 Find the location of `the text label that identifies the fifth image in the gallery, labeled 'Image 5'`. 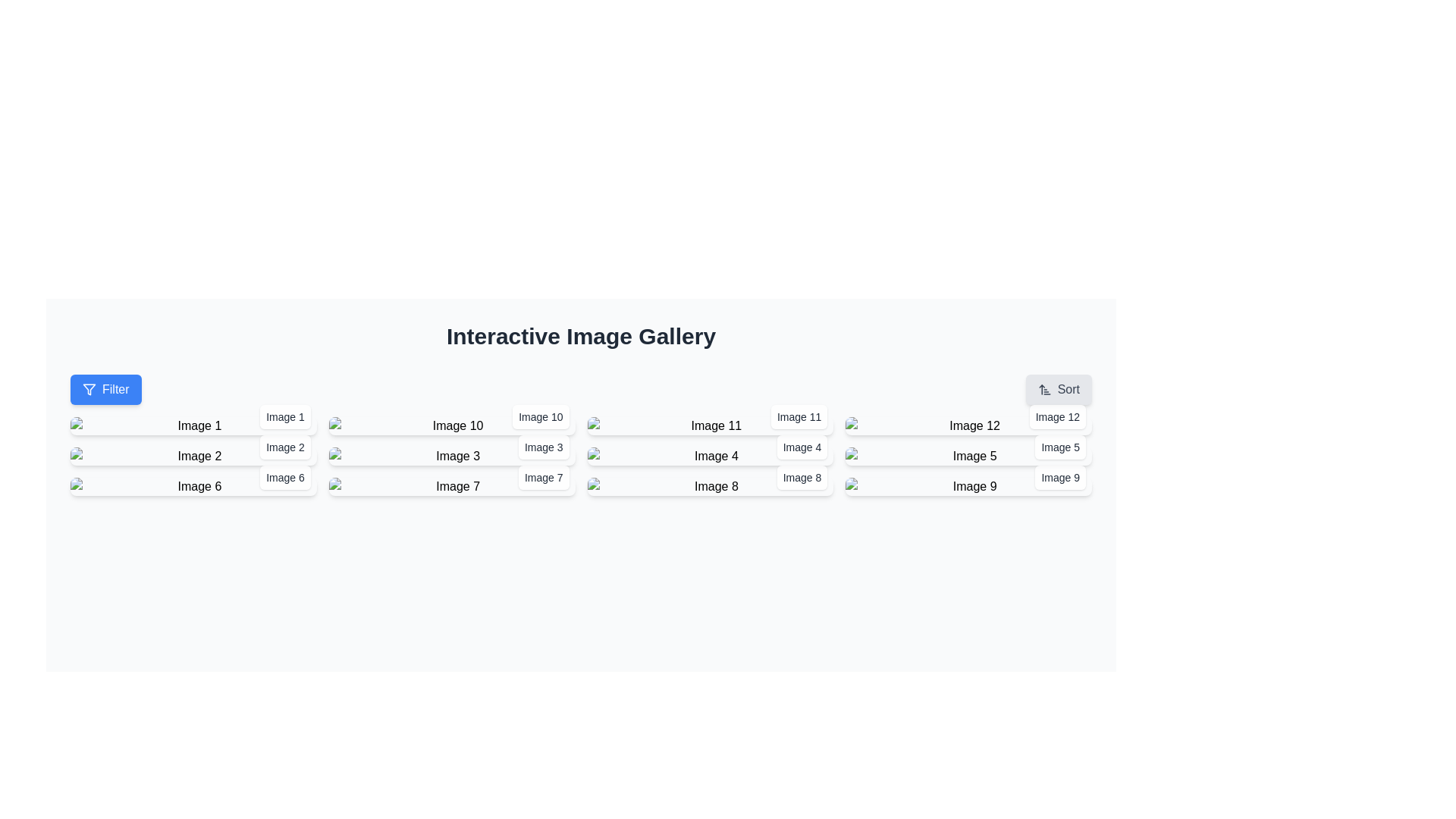

the text label that identifies the fifth image in the gallery, labeled 'Image 5' is located at coordinates (1059, 447).